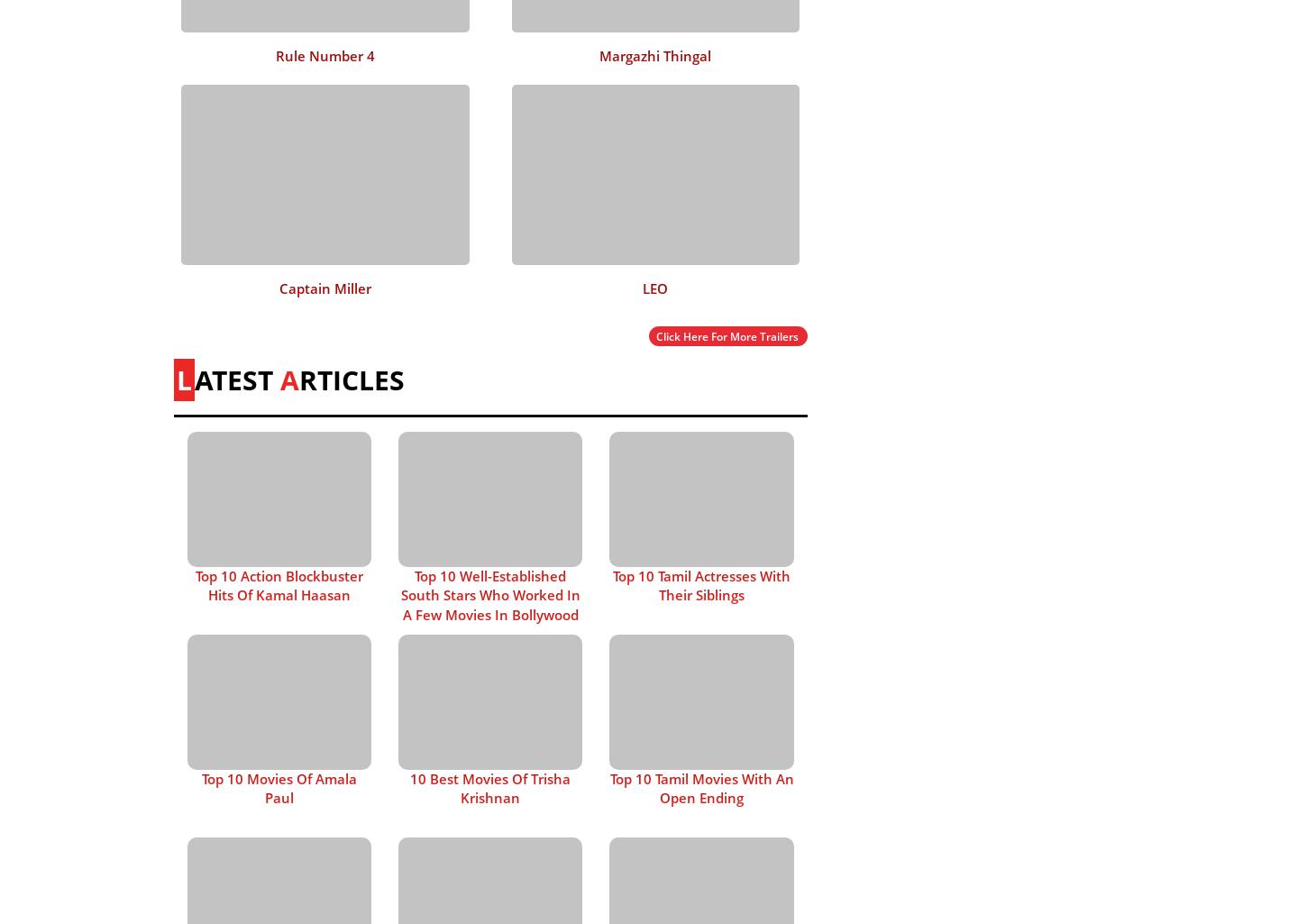 This screenshot has width=1298, height=924. What do you see at coordinates (654, 53) in the screenshot?
I see `'Margazhi Thingal'` at bounding box center [654, 53].